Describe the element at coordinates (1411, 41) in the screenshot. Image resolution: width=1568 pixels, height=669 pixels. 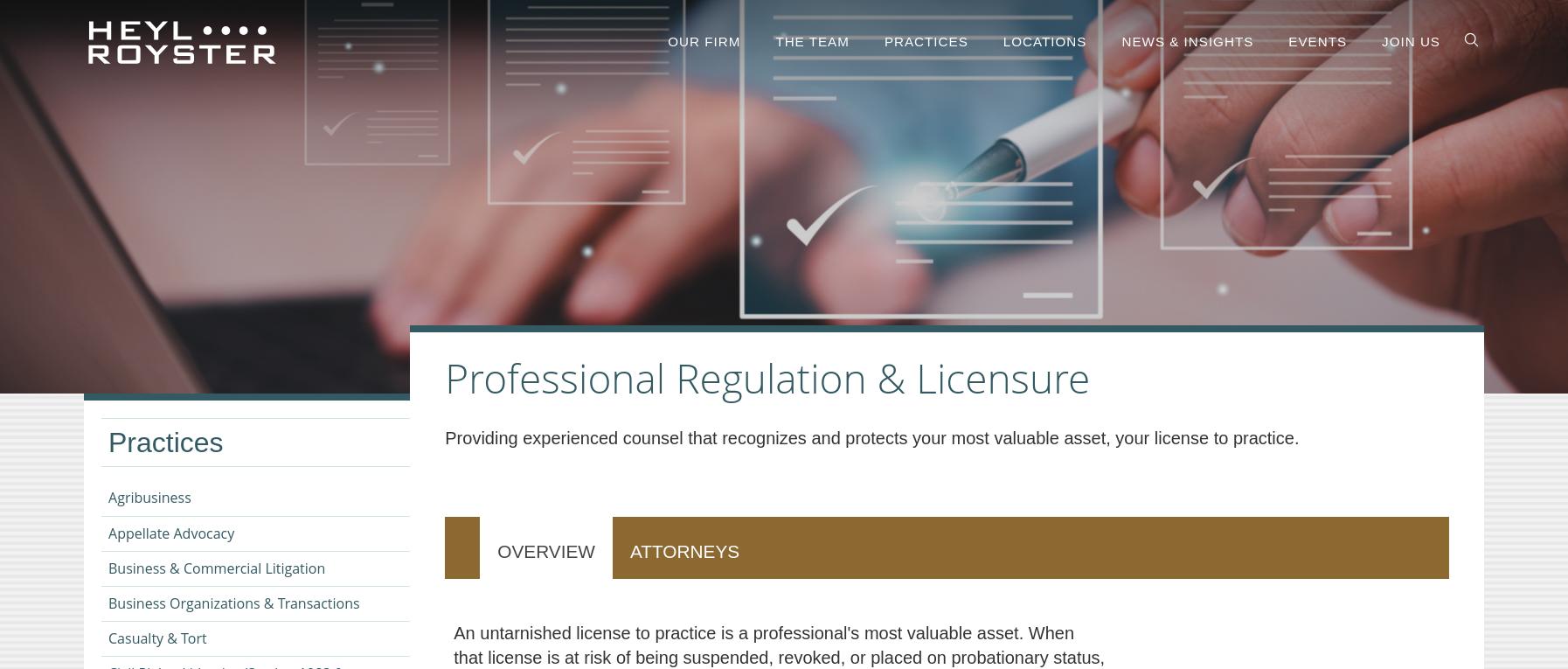
I see `'Join us'` at that location.